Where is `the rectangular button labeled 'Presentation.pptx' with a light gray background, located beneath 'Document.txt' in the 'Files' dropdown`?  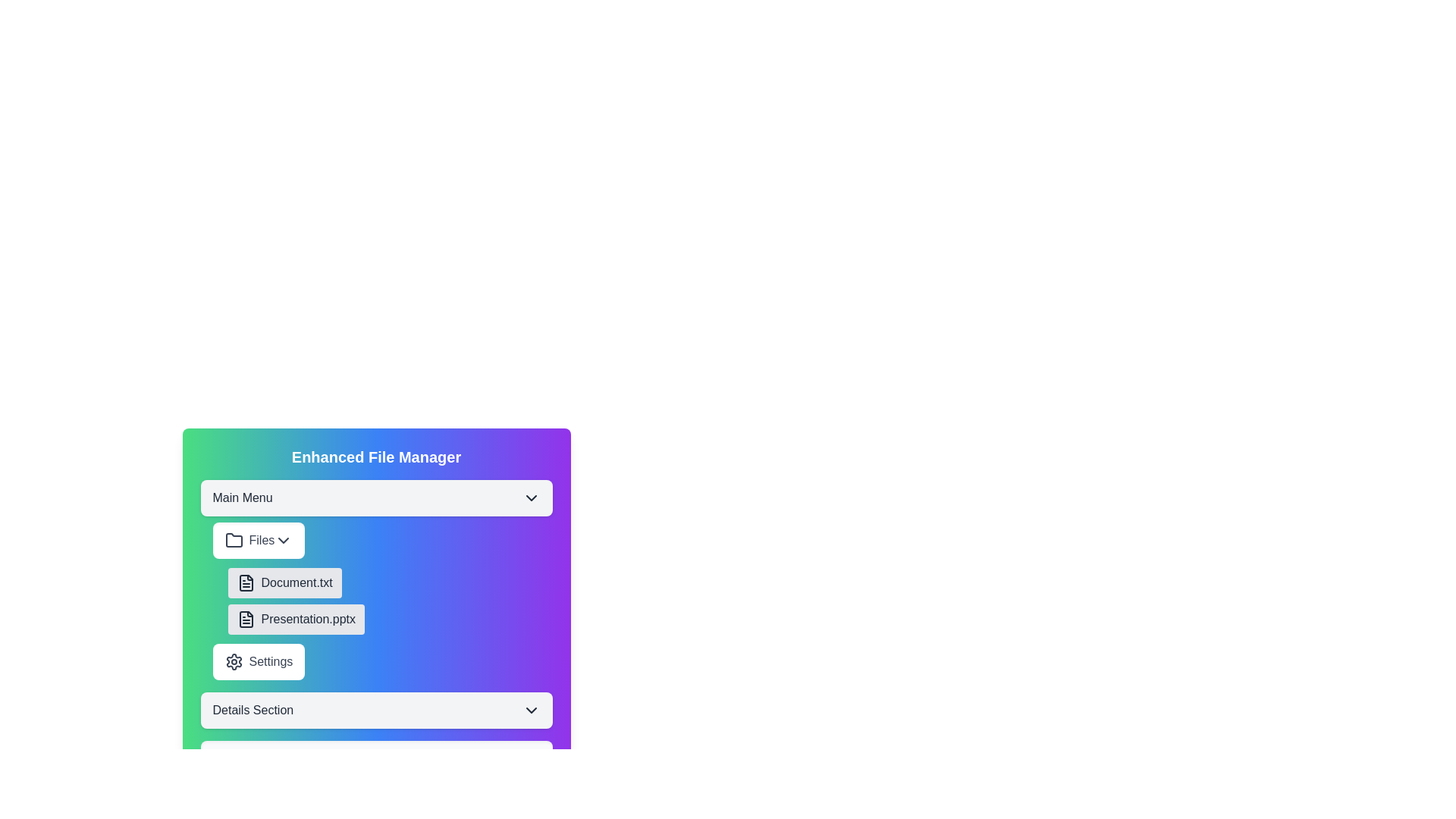 the rectangular button labeled 'Presentation.pptx' with a light gray background, located beneath 'Document.txt' in the 'Files' dropdown is located at coordinates (296, 620).